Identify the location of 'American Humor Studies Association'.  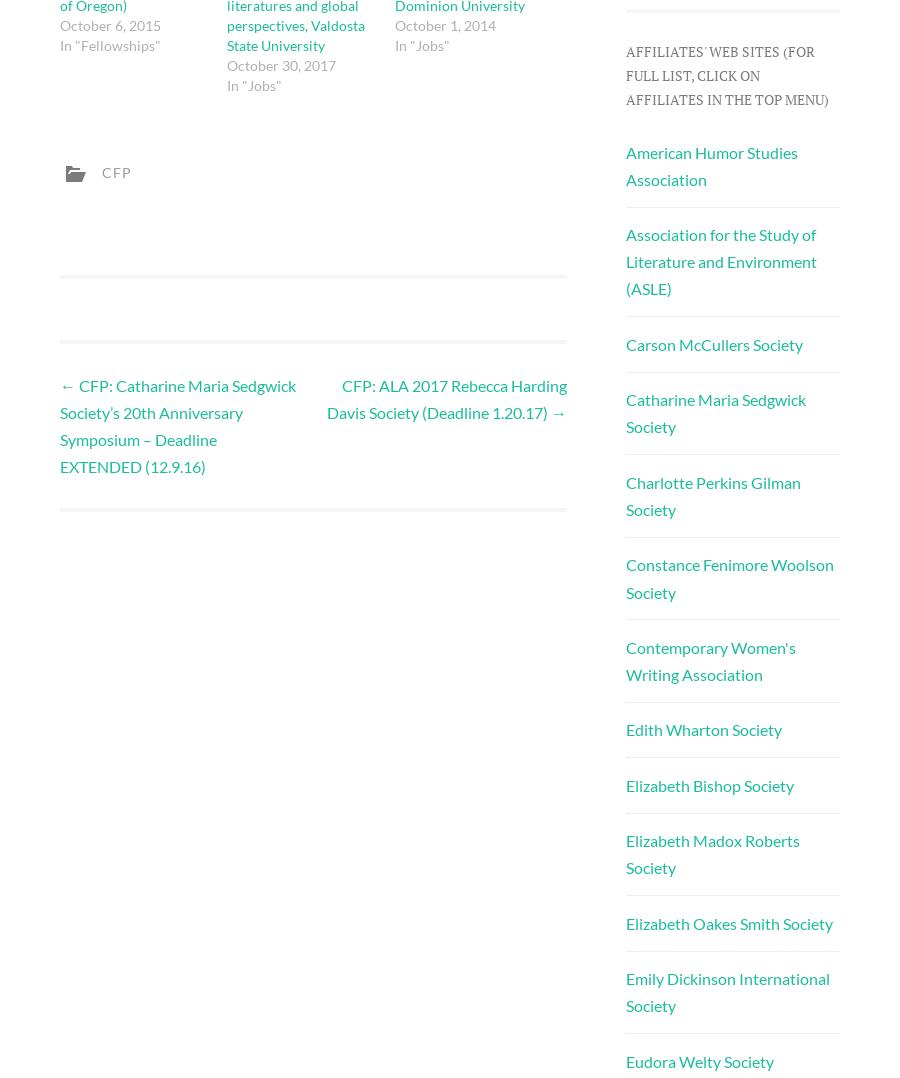
(710, 164).